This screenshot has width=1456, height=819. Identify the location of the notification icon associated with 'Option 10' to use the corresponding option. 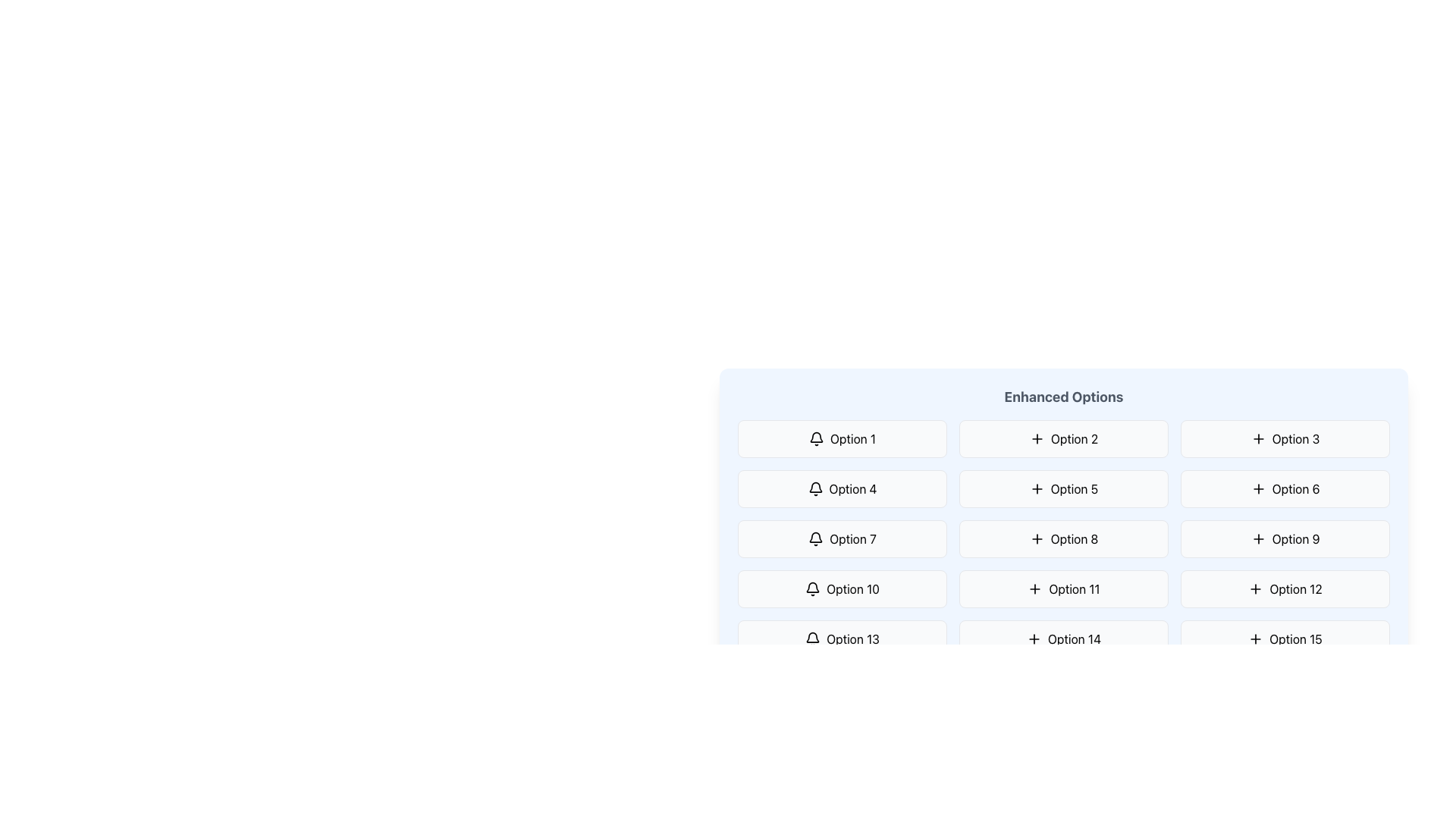
(812, 586).